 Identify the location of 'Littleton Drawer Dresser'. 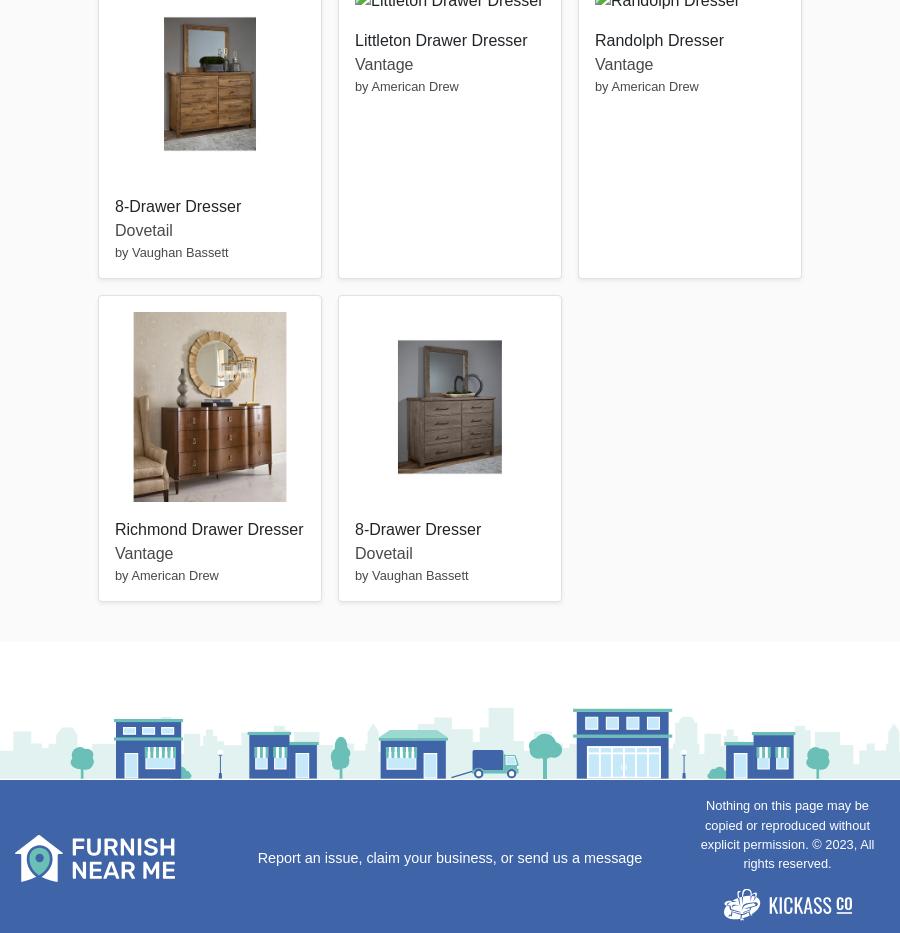
(441, 38).